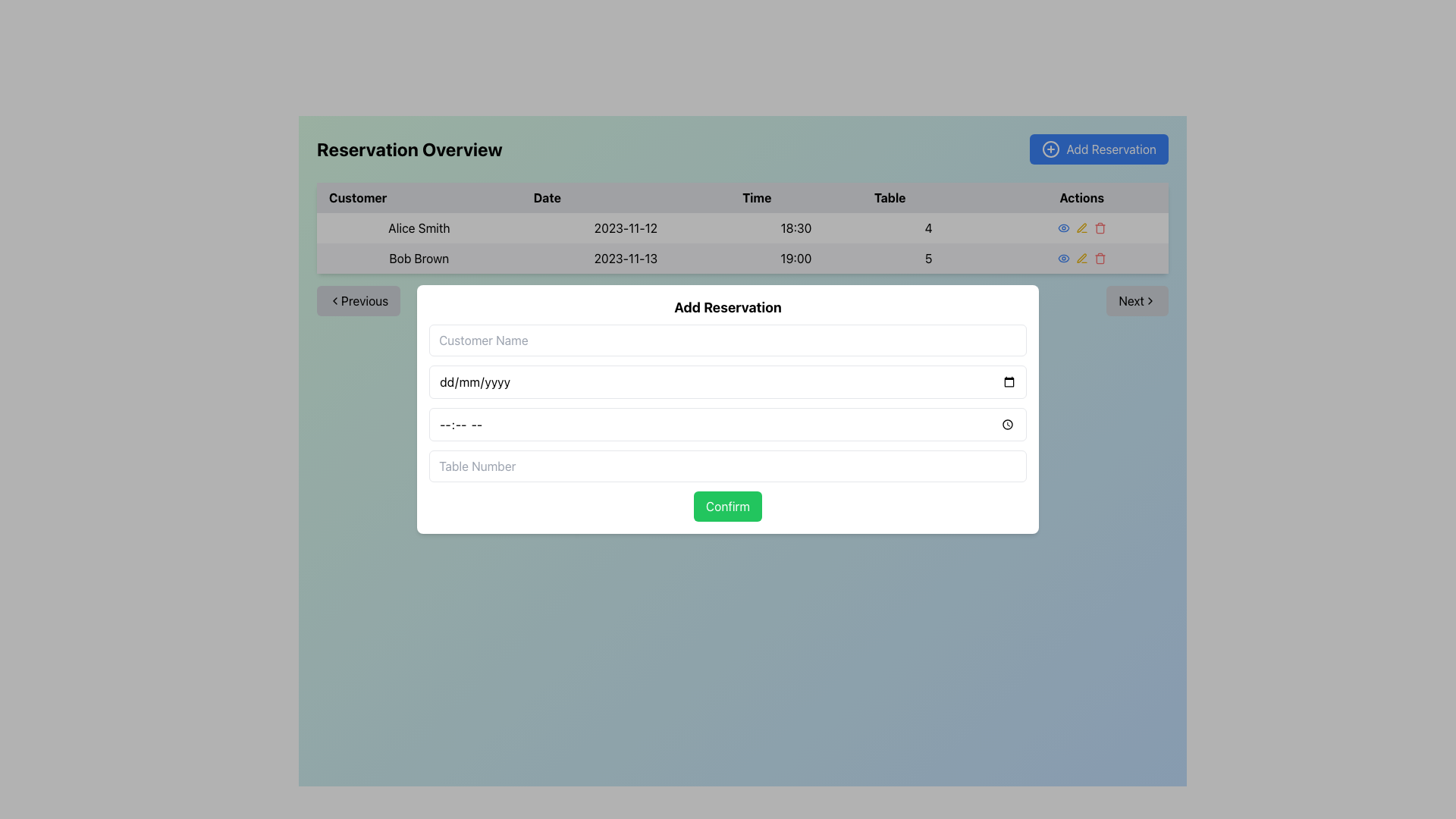 The height and width of the screenshot is (819, 1456). Describe the element at coordinates (728, 506) in the screenshot. I see `the submit button located at the bottom-right of the reservation form to finalize the addition of a new reservation` at that location.